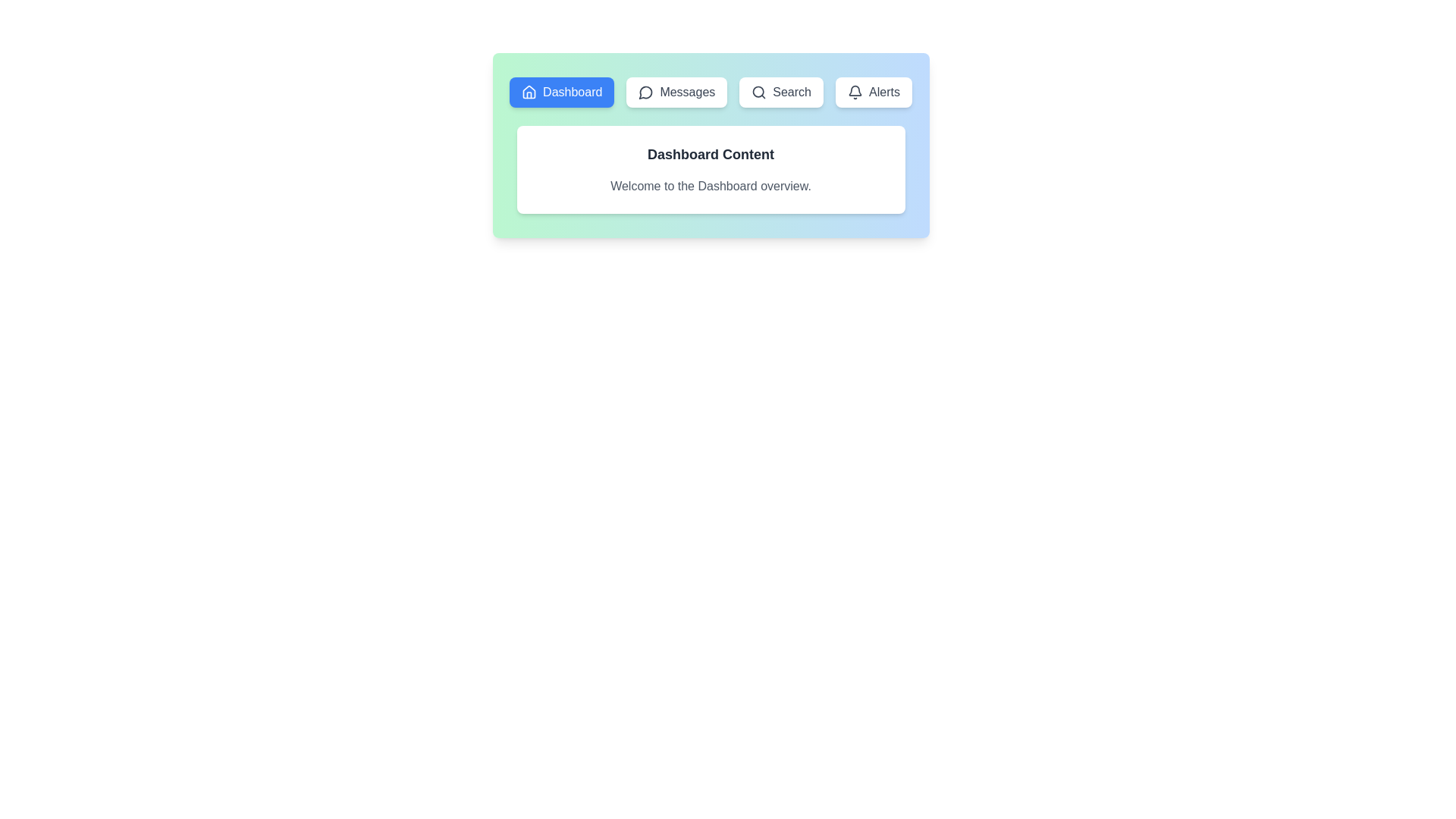 This screenshot has height=819, width=1456. What do you see at coordinates (560, 93) in the screenshot?
I see `the tab labeled Dashboard to view its content` at bounding box center [560, 93].